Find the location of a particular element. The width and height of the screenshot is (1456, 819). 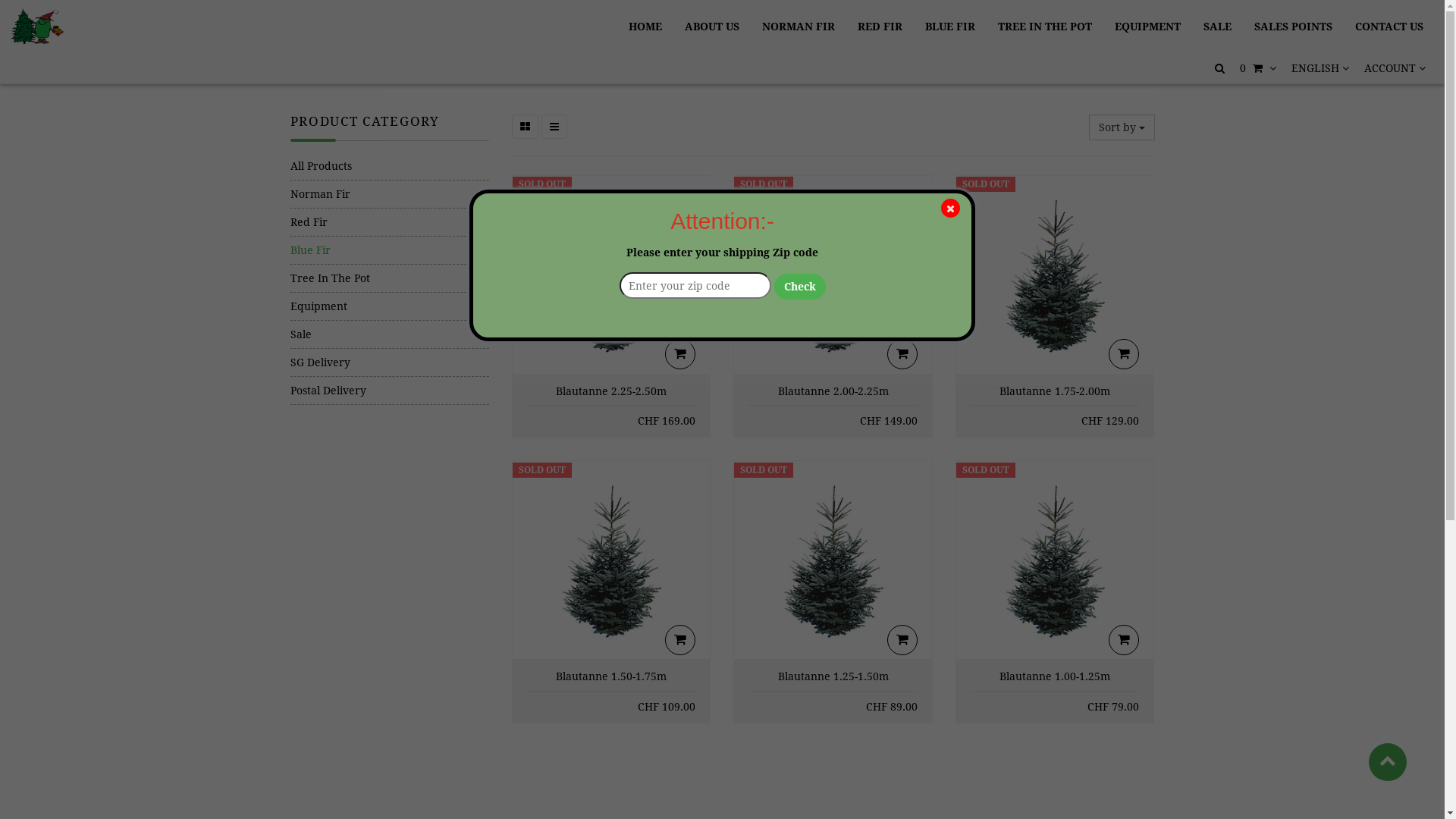

'SALE' is located at coordinates (1217, 26).